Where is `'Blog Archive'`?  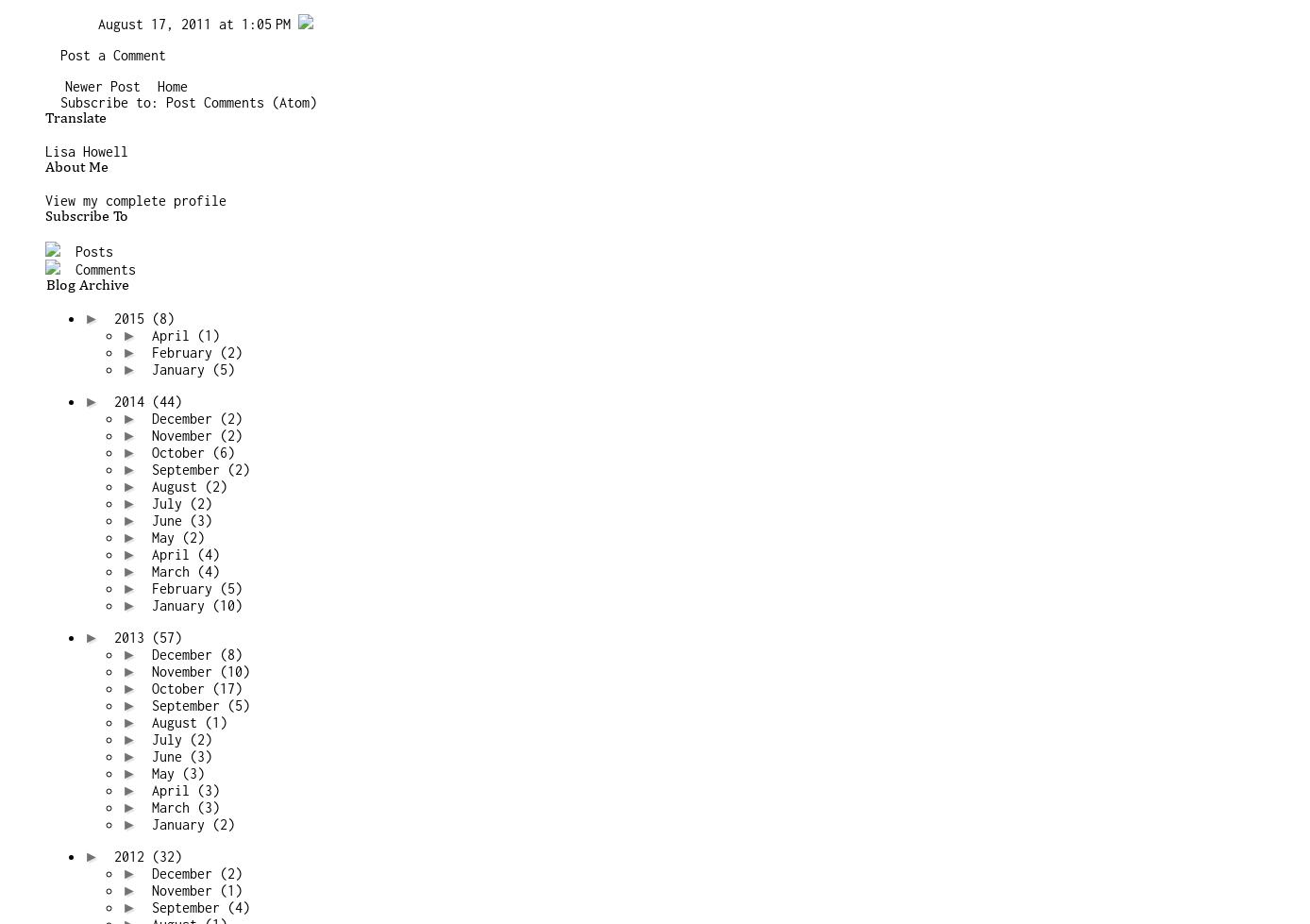
'Blog Archive' is located at coordinates (45, 286).